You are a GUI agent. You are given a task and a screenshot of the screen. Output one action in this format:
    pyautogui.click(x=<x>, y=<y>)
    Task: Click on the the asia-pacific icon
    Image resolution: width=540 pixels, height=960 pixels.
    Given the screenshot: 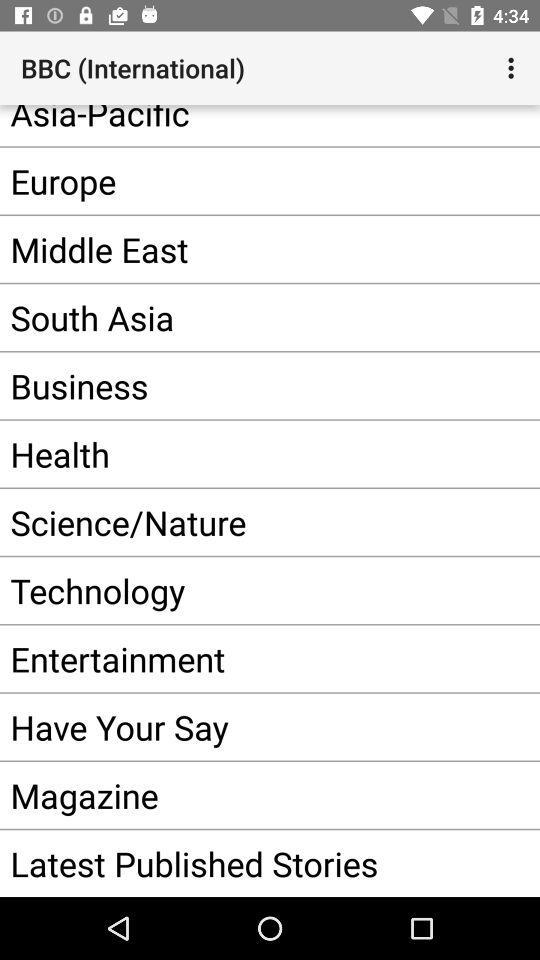 What is the action you would take?
    pyautogui.click(x=239, y=124)
    